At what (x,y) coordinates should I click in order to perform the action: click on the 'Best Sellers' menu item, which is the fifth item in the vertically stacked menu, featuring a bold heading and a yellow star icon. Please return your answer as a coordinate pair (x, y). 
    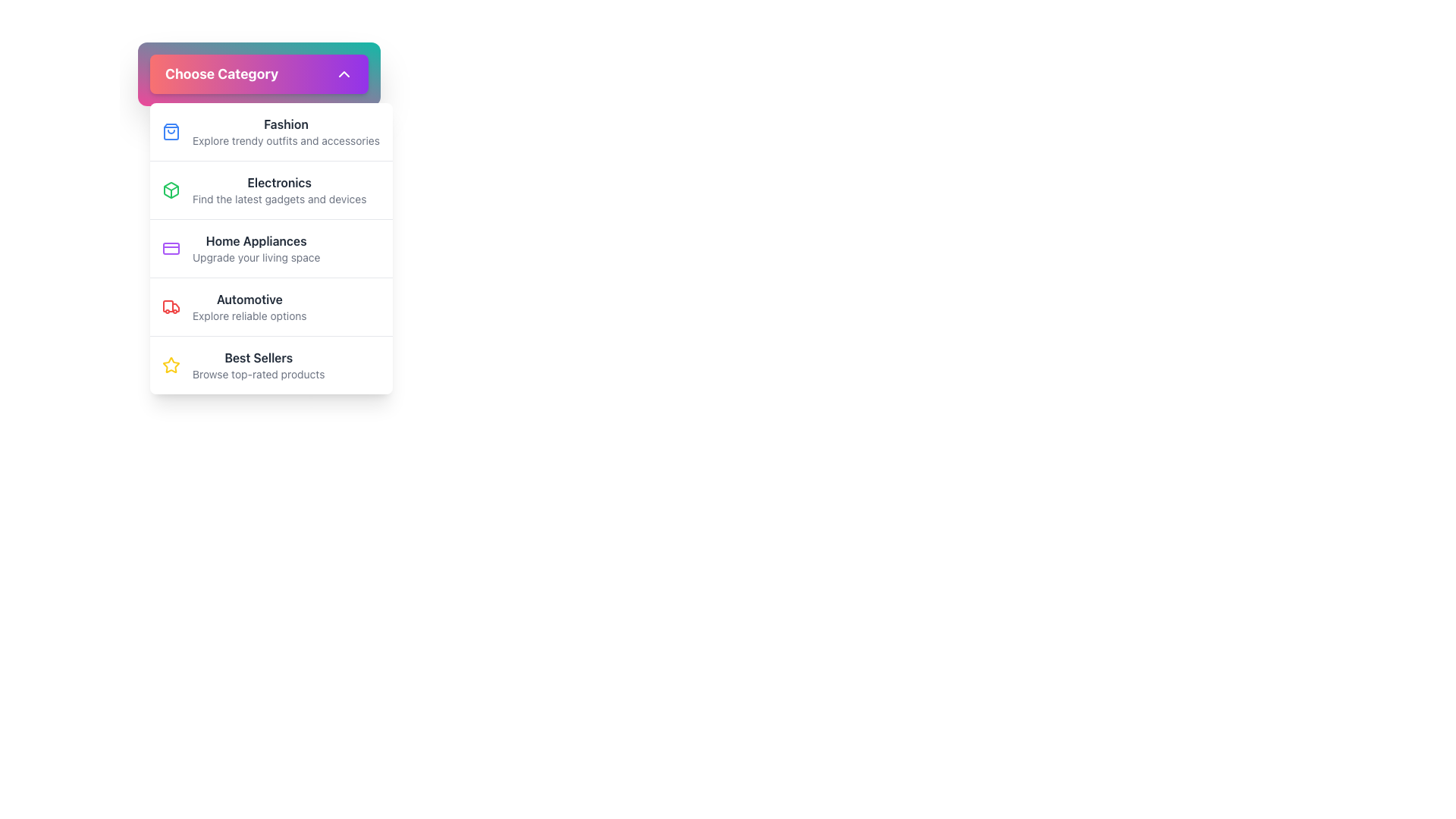
    Looking at the image, I should click on (271, 365).